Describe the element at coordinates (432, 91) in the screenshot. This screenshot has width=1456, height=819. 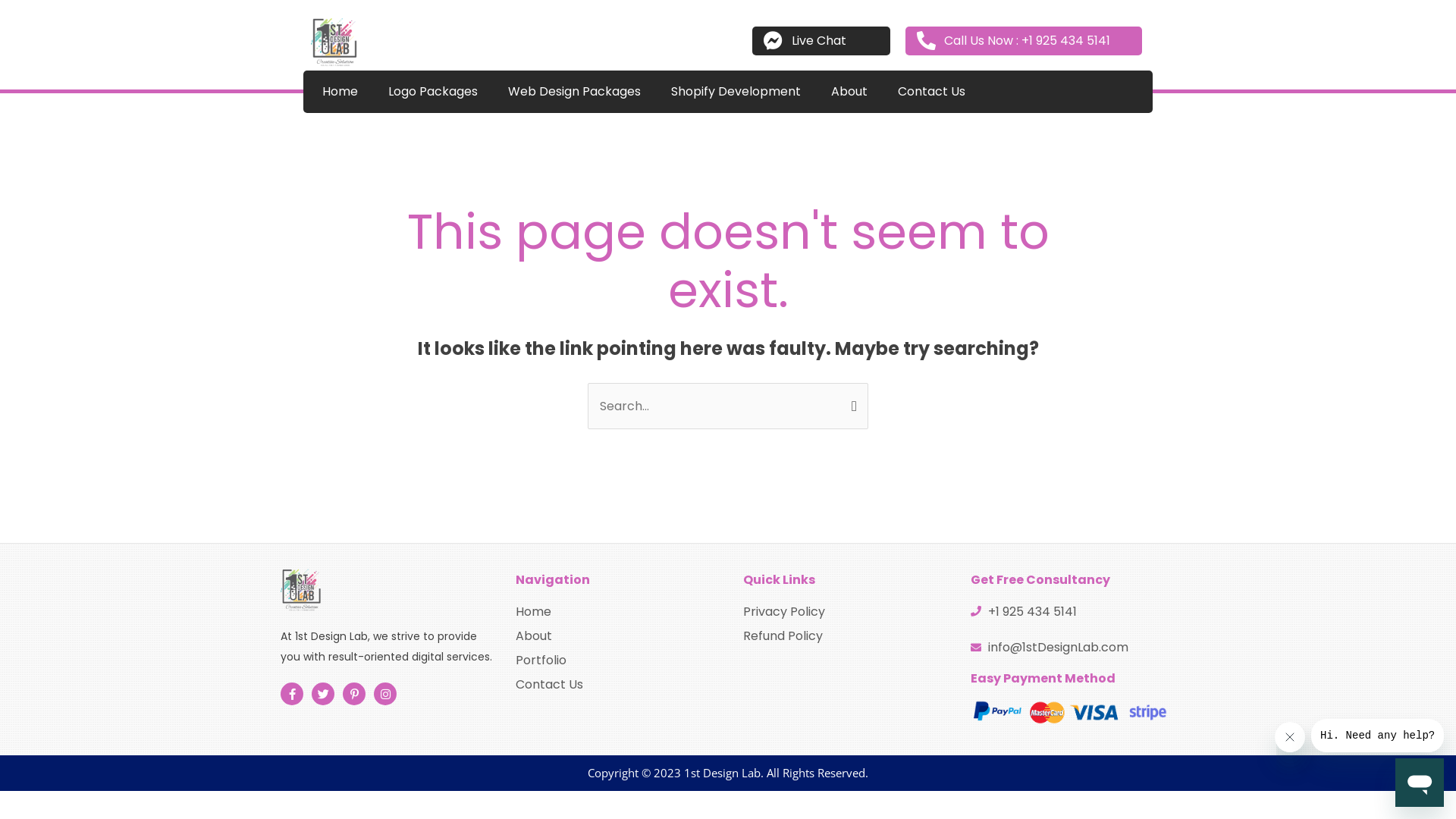
I see `'Logo Packages'` at that location.